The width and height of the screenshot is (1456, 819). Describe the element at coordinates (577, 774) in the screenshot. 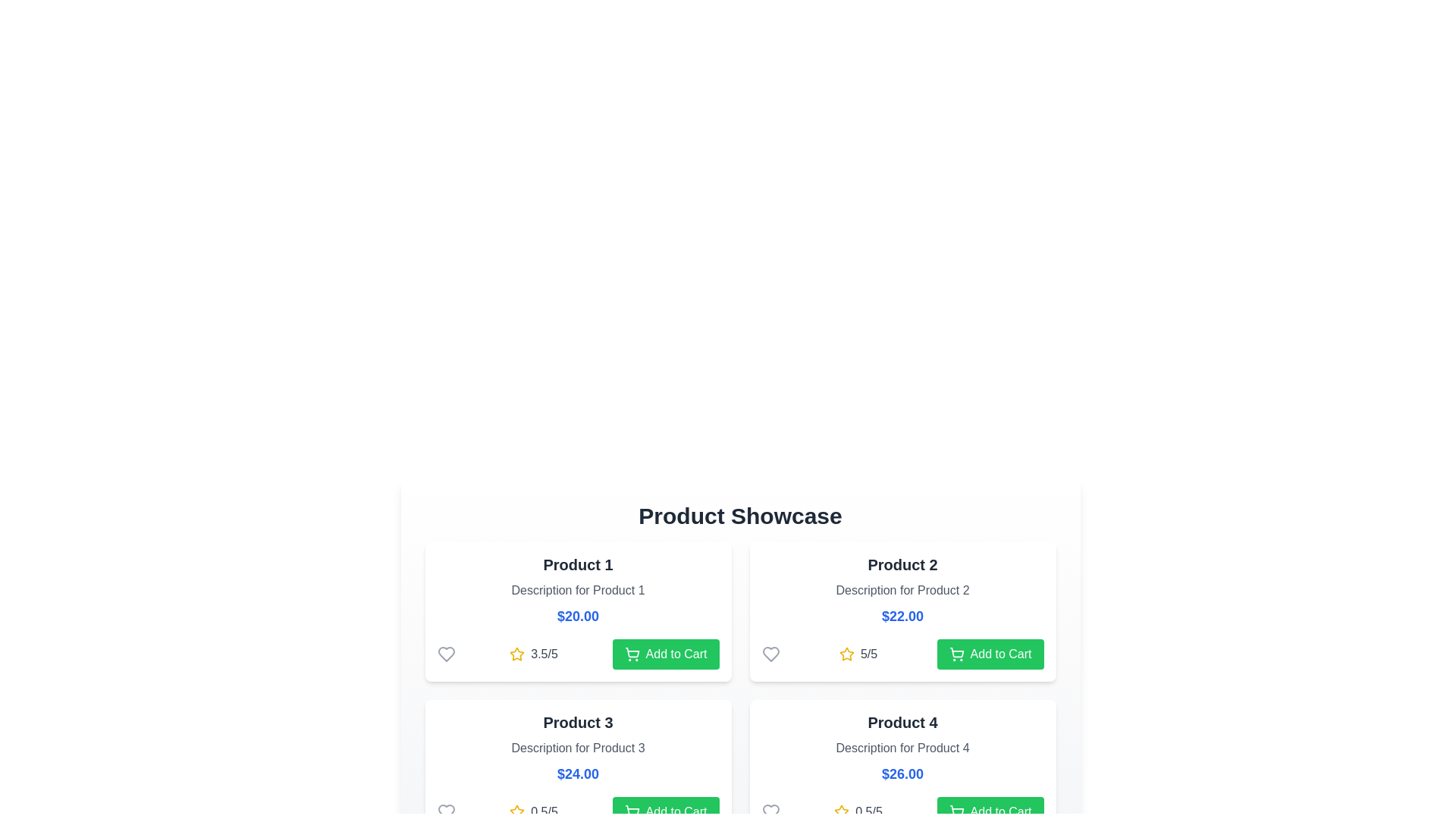

I see `the bold, blue-colored price label displaying '$24.00' located in the third product card, positioned below the product description` at that location.